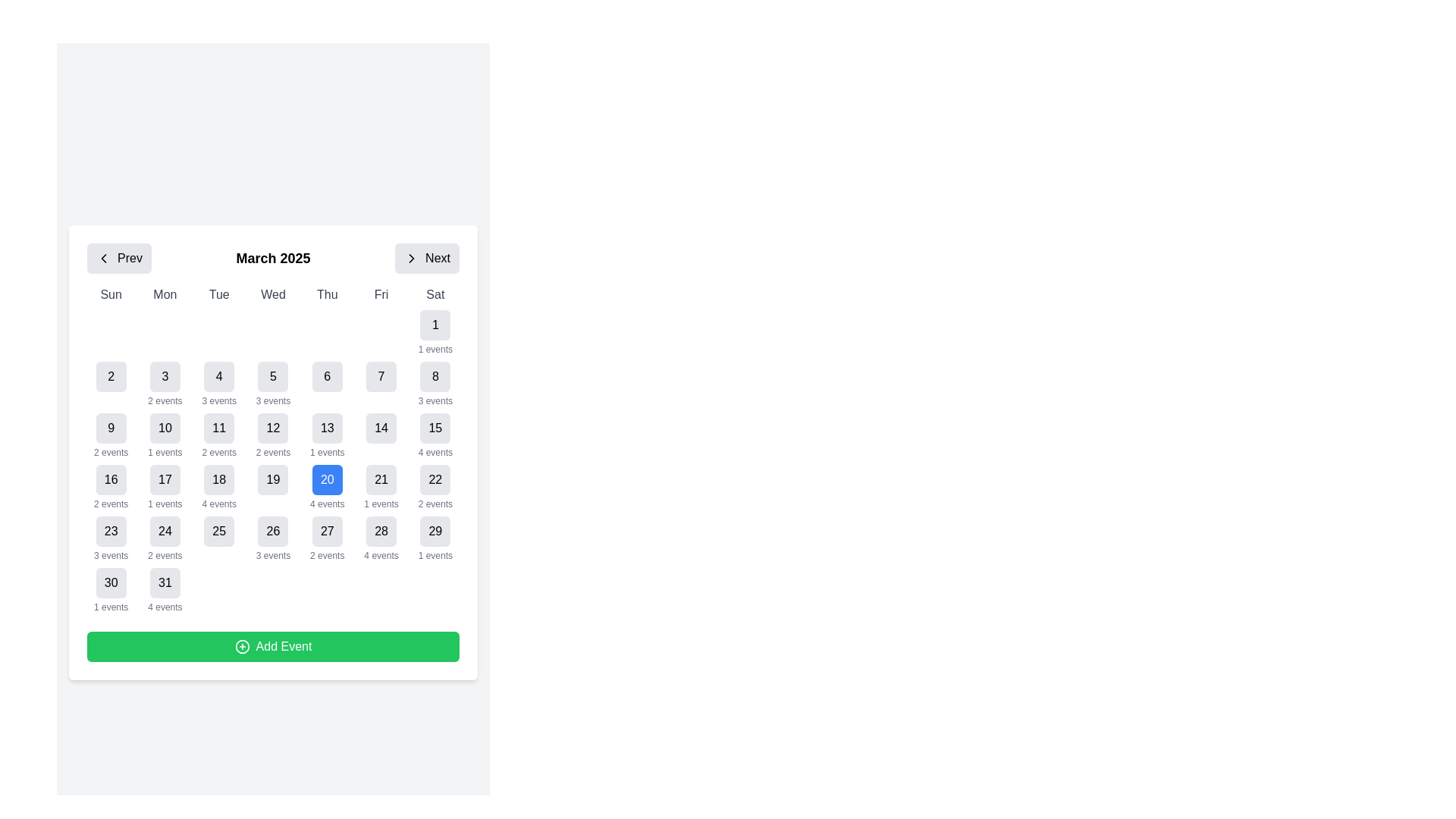 The height and width of the screenshot is (819, 1456). I want to click on the calendar button representing the third day of the month, so click(165, 376).